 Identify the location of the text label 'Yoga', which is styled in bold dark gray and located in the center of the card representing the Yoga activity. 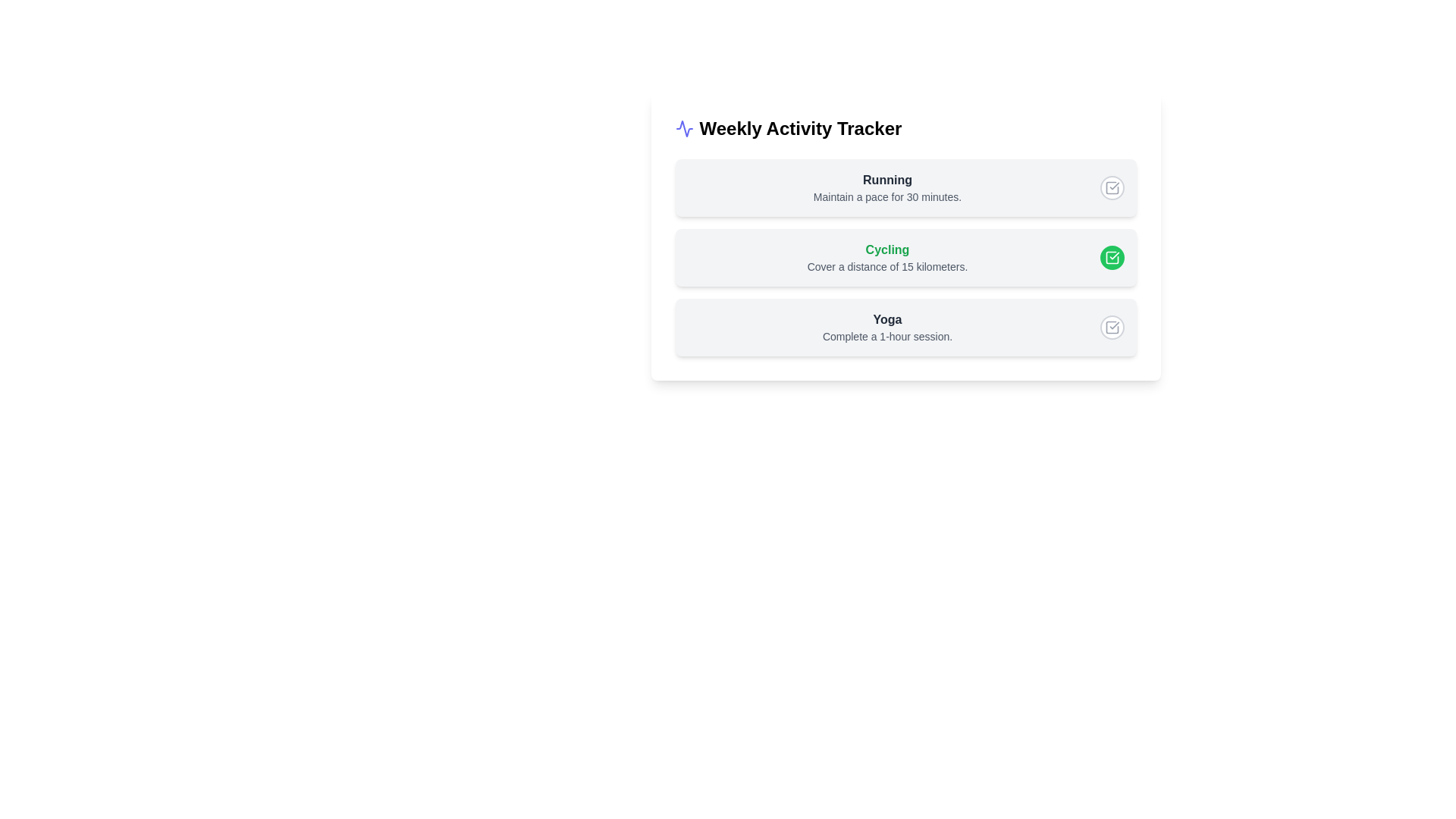
(887, 318).